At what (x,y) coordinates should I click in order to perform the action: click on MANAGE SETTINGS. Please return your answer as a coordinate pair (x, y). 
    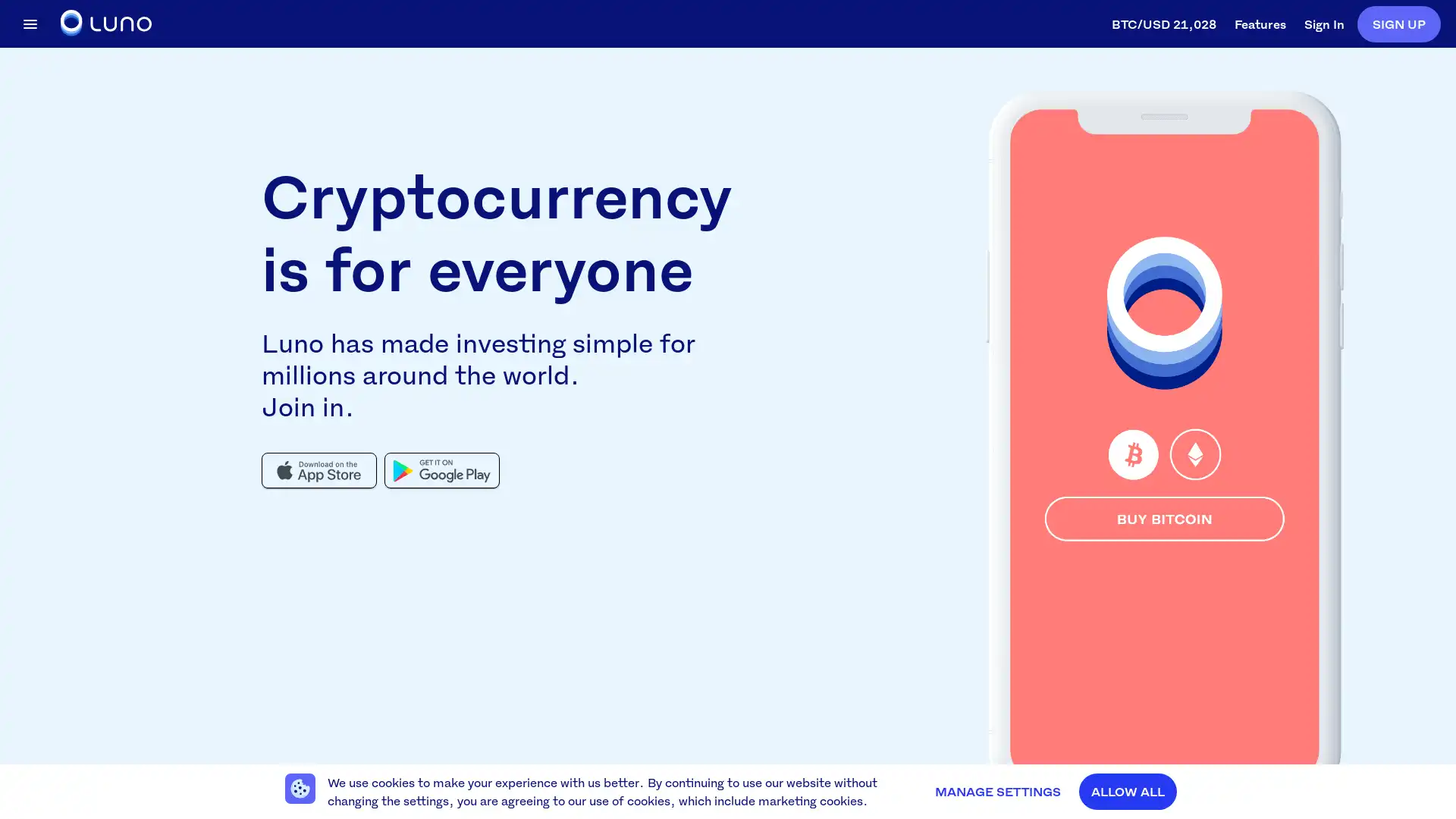
    Looking at the image, I should click on (997, 791).